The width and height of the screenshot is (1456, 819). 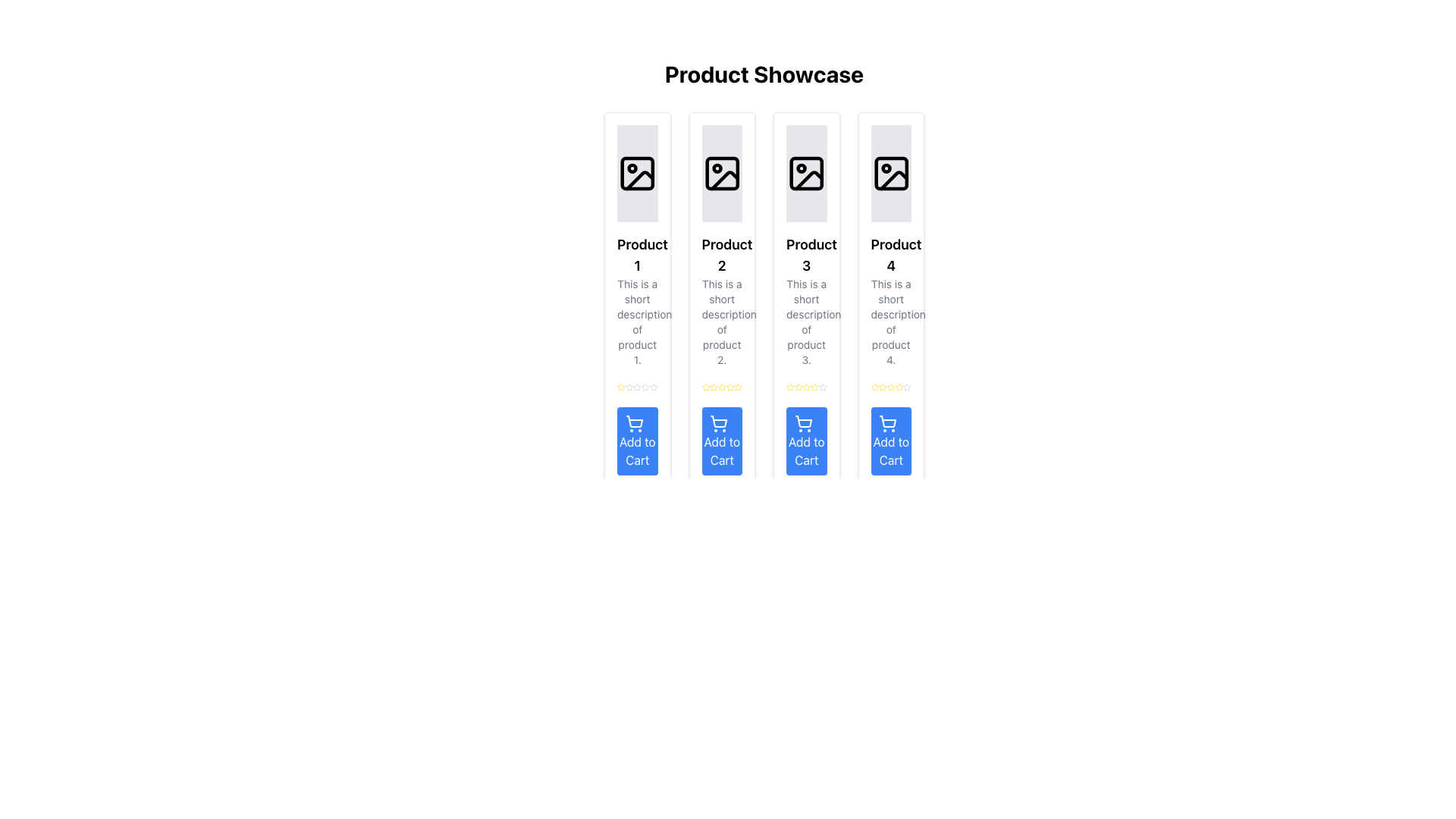 I want to click on the star rating icon located in the second column of the product showcase for 'Product 2', positioned directly below the product description and above the 'Add to Cart' button, so click(x=738, y=386).